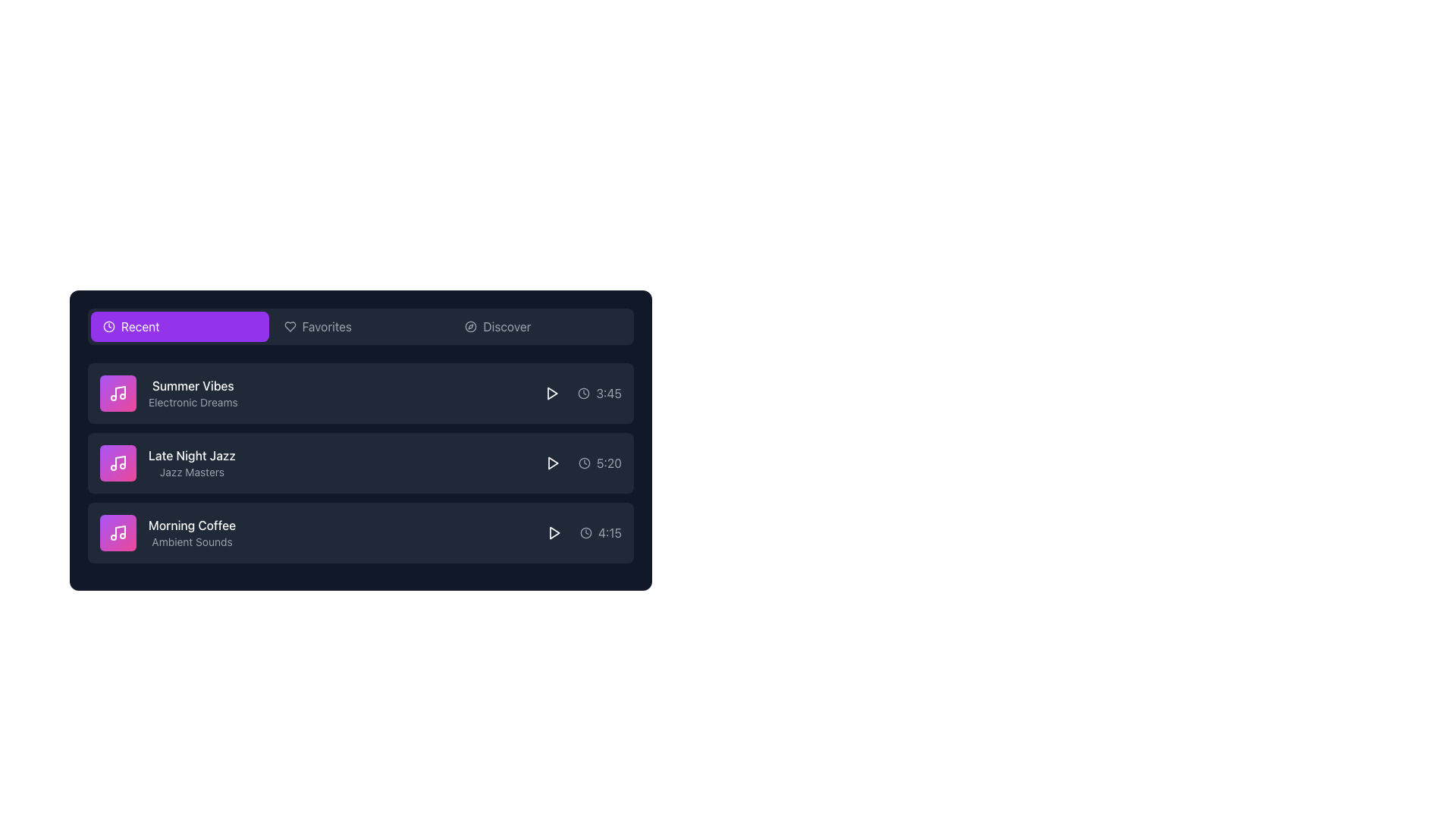  Describe the element at coordinates (359, 393) in the screenshot. I see `the first media track item titled 'Summer Vibes'` at that location.